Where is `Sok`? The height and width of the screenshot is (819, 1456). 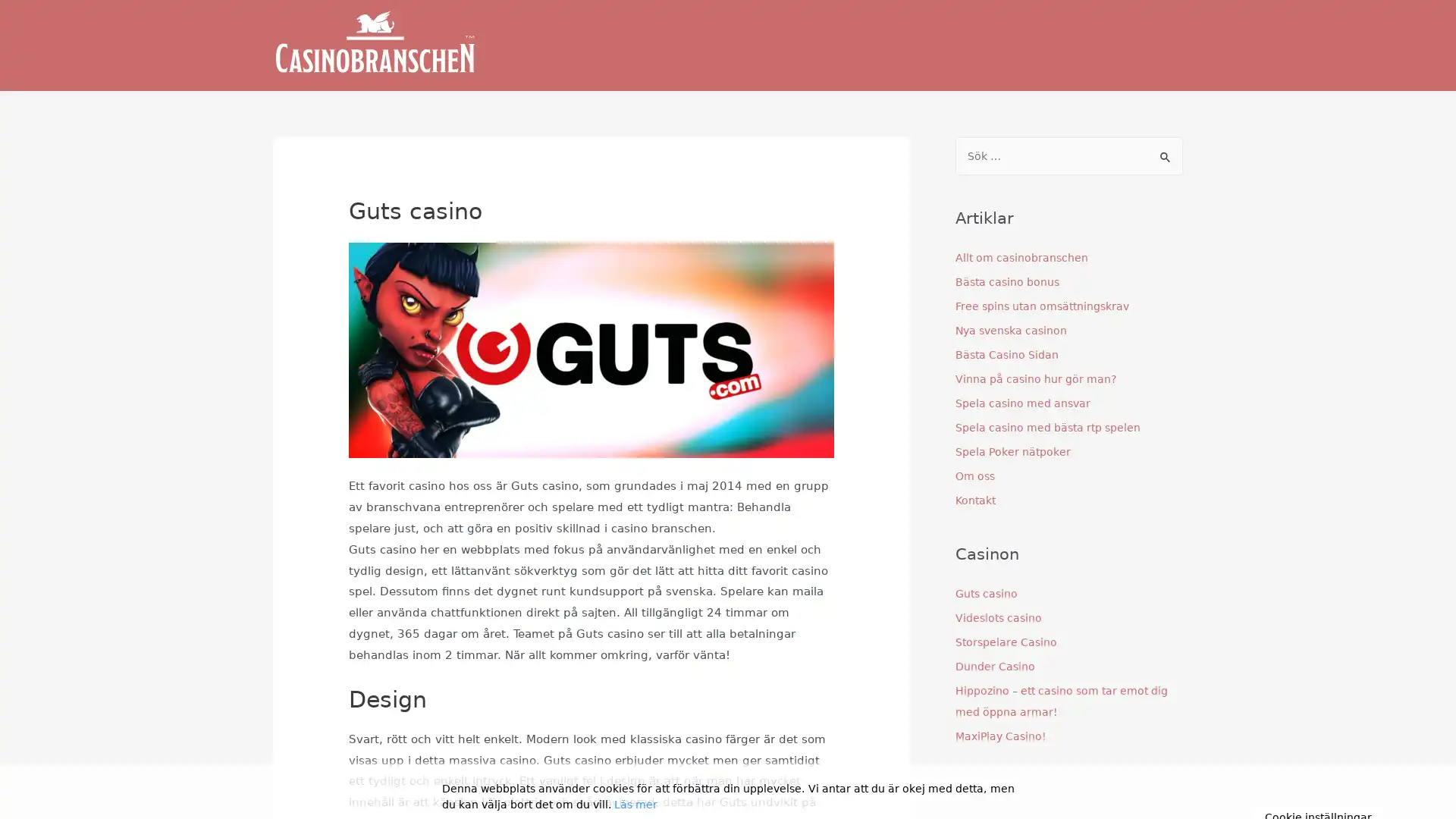 Sok is located at coordinates (1165, 152).